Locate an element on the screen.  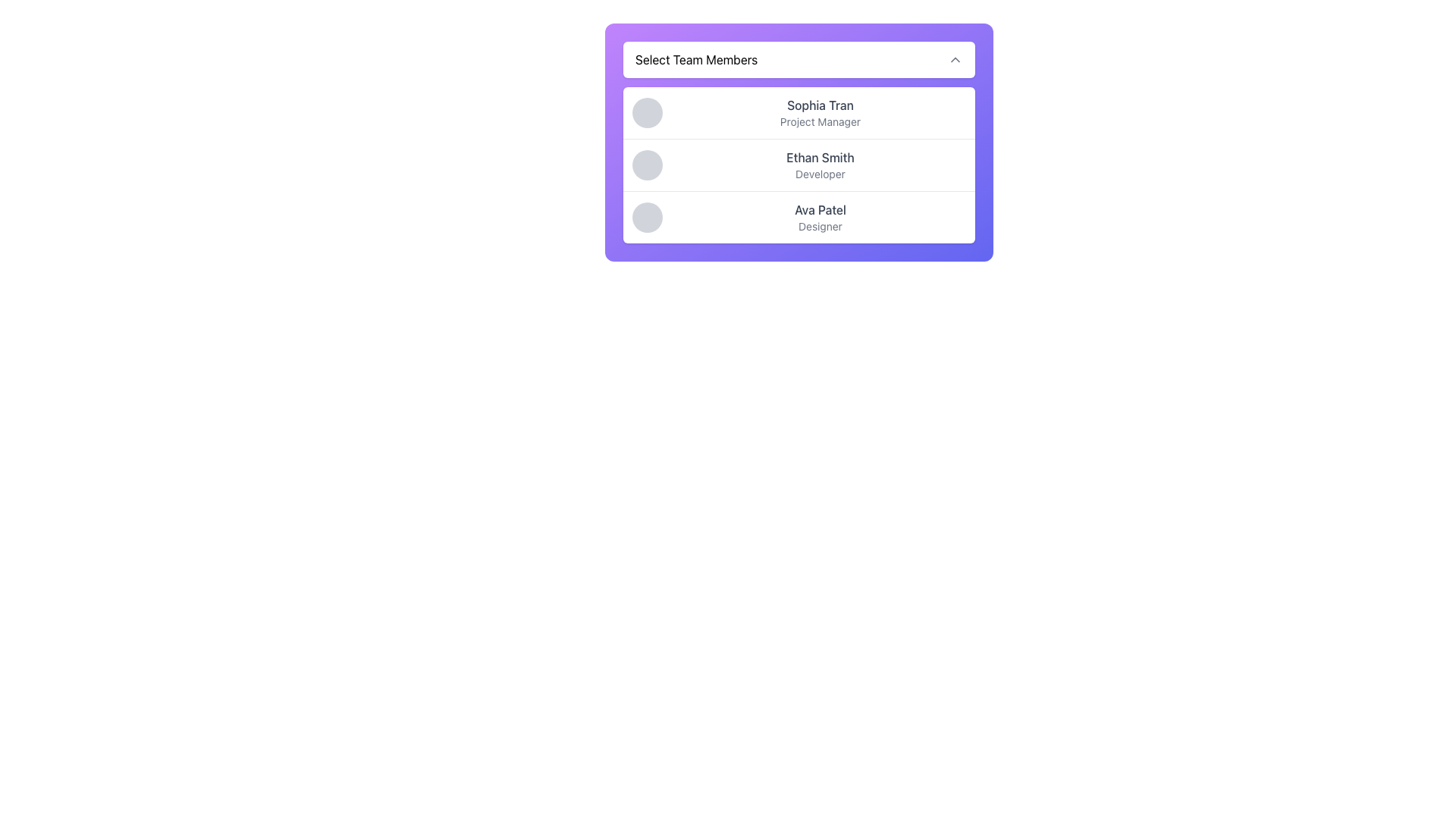
on the selectable list item for 'Ethan Smith' is located at coordinates (799, 165).